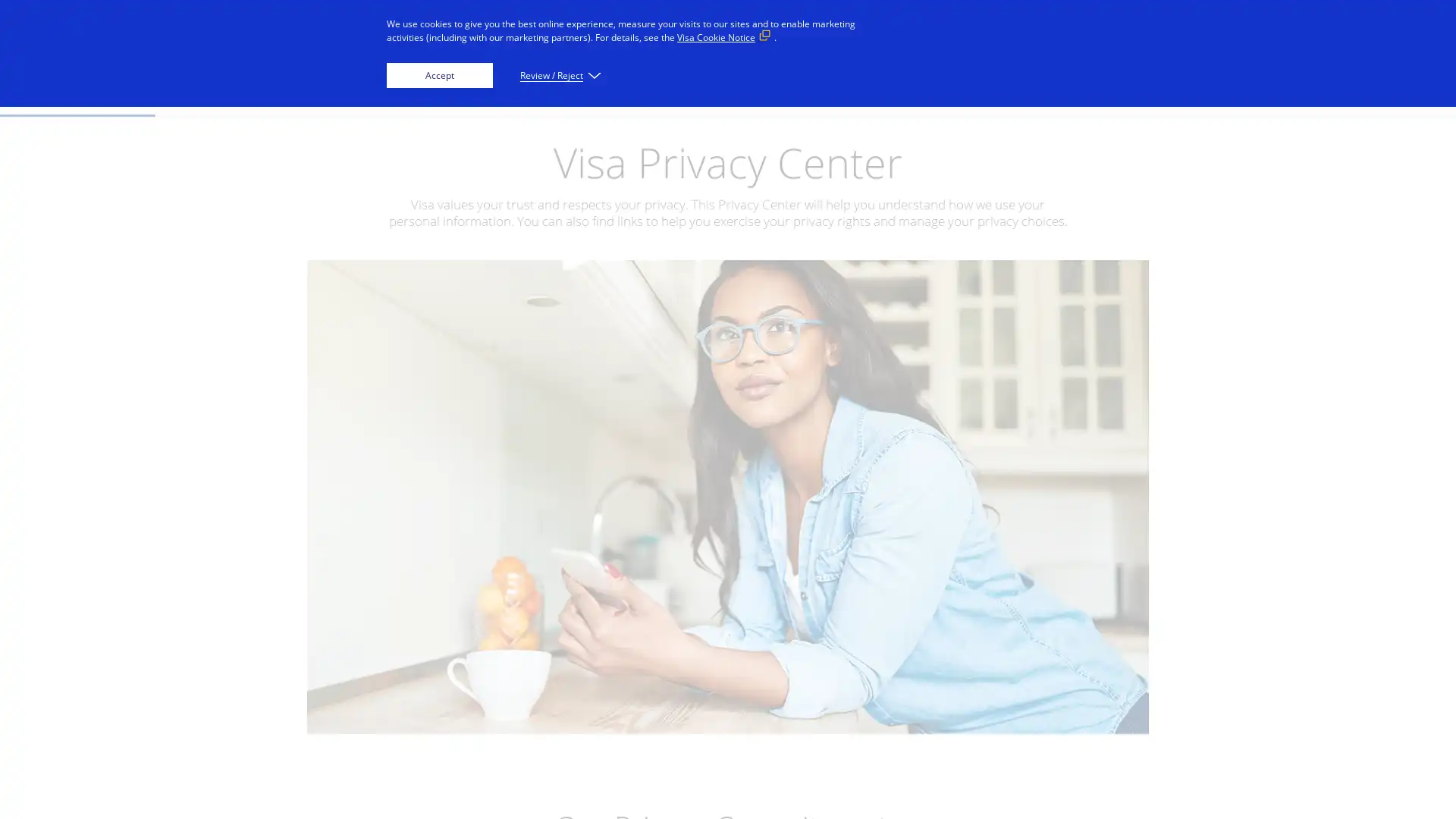 The height and width of the screenshot is (819, 1456). I want to click on Businesses, so click(714, 40).